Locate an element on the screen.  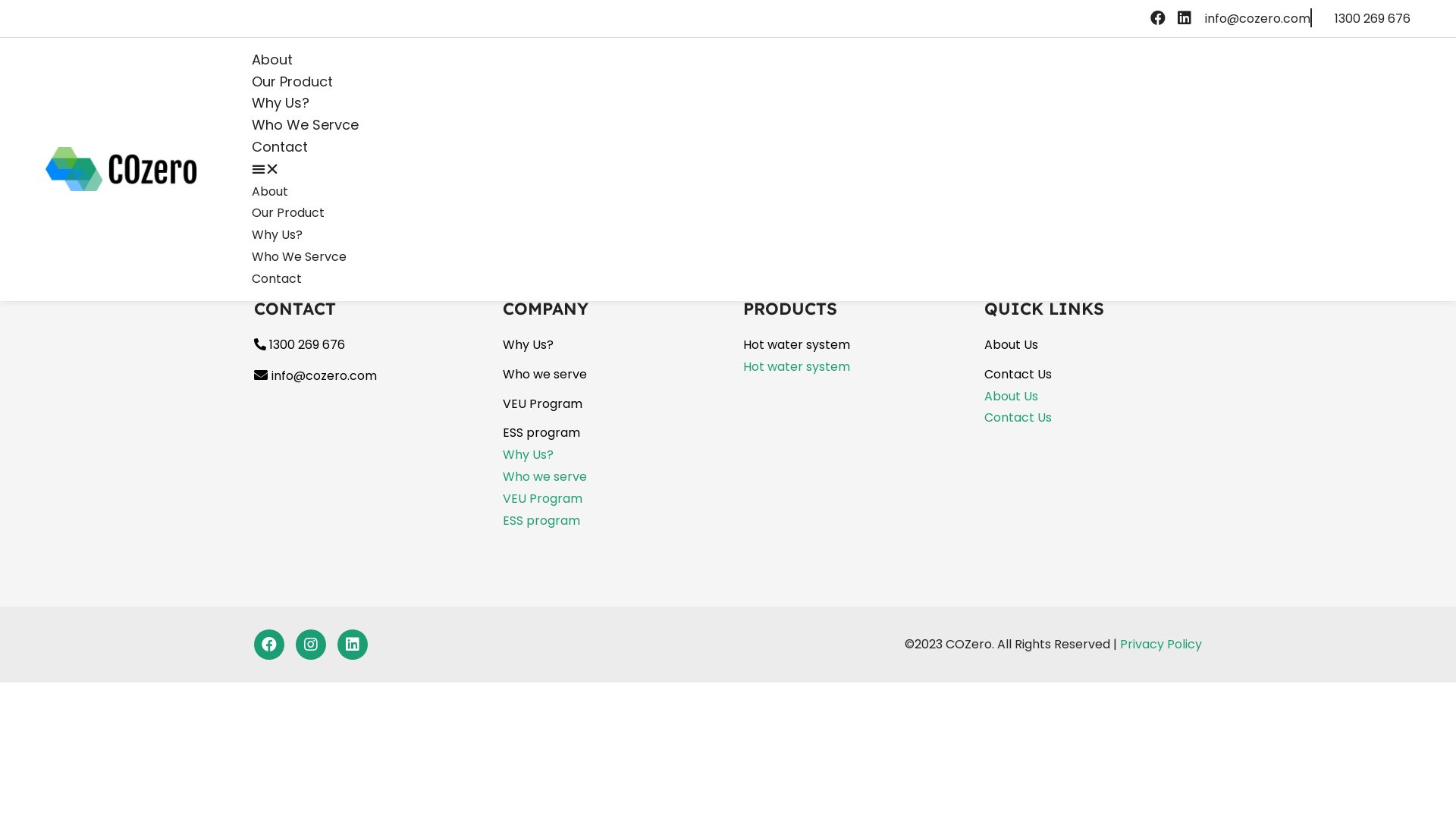
'Who we serve' is located at coordinates (544, 475).